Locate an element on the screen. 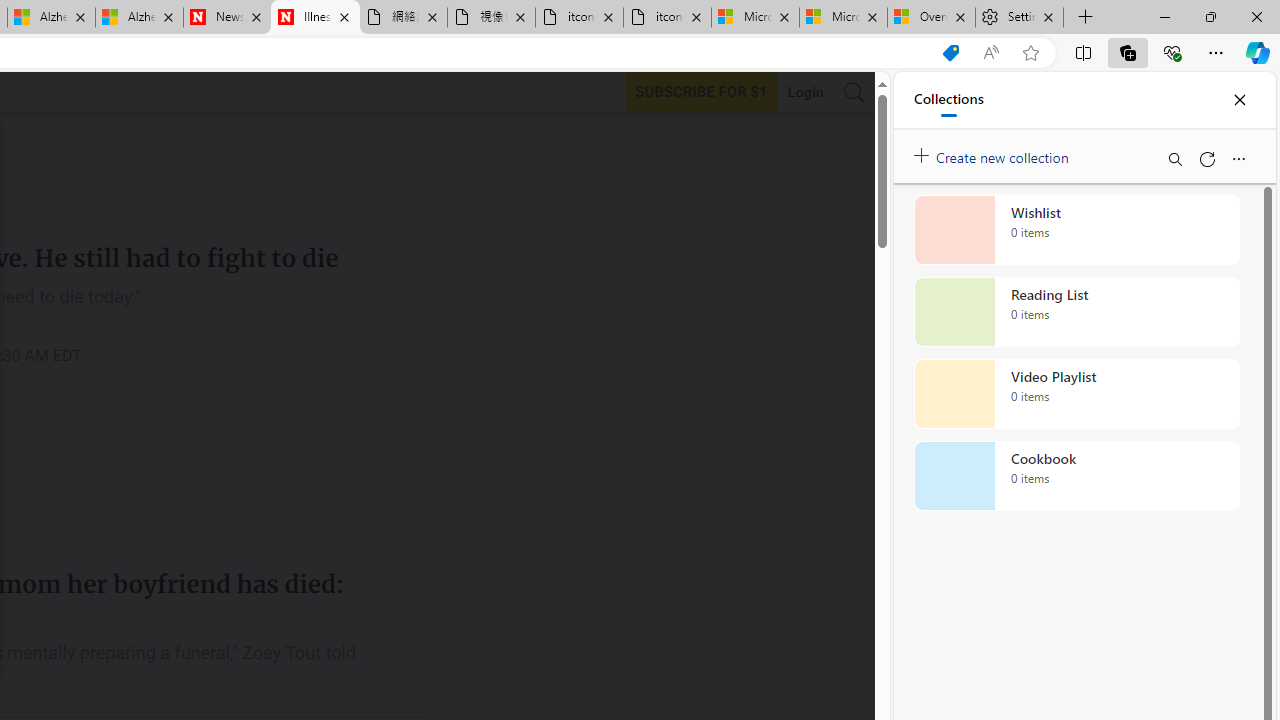 This screenshot has width=1280, height=720. 'itconcepthk.com/projector_solutions.mp4' is located at coordinates (666, 17).